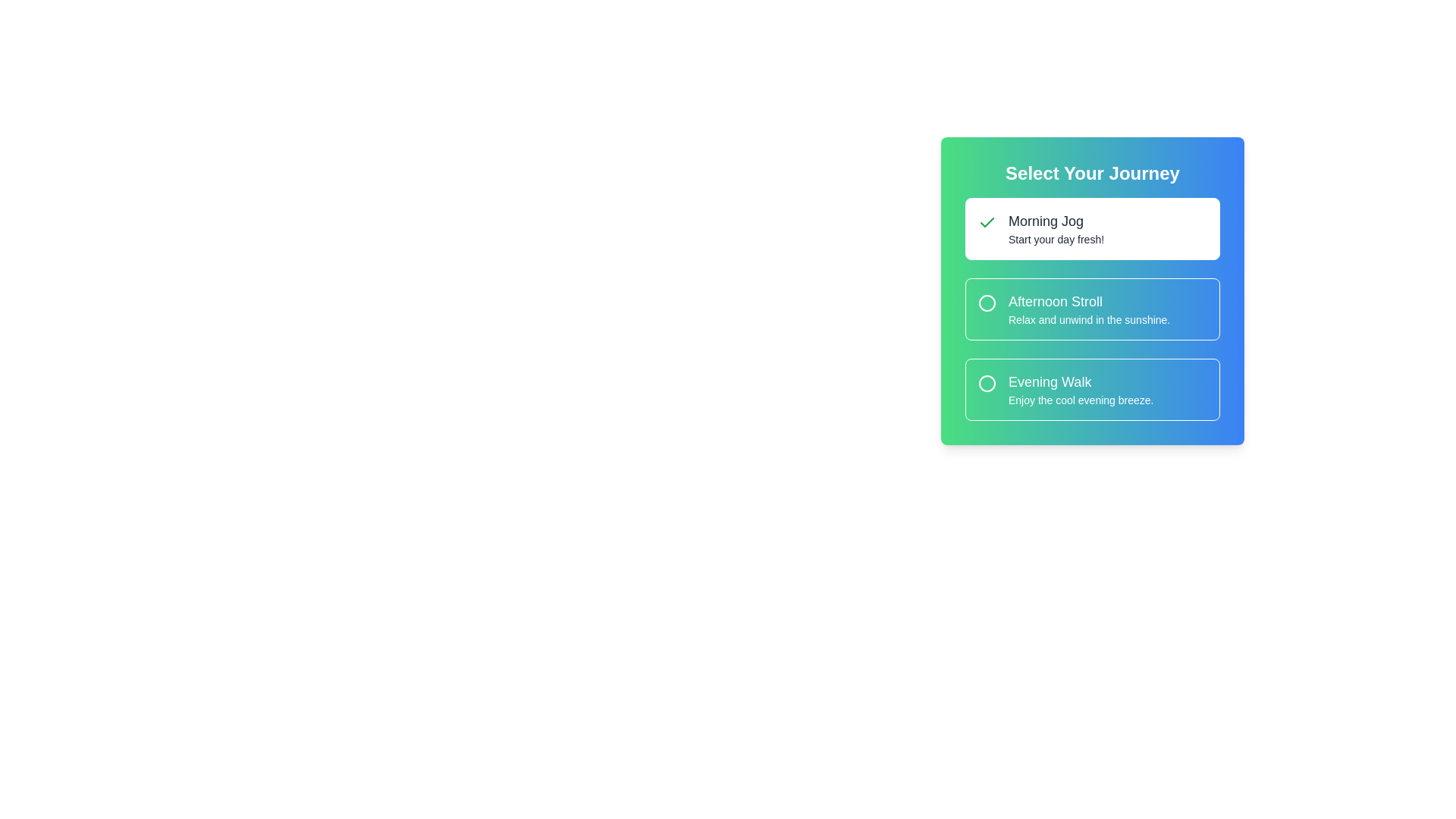  Describe the element at coordinates (1080, 388) in the screenshot. I see `the text label that displays 'Evening Walk' prominently with a smaller line below saying 'Enjoy the cool evening breeze'. This label is located in the third segment of a vertical list of options, below 'Afternoon Stroll'` at that location.